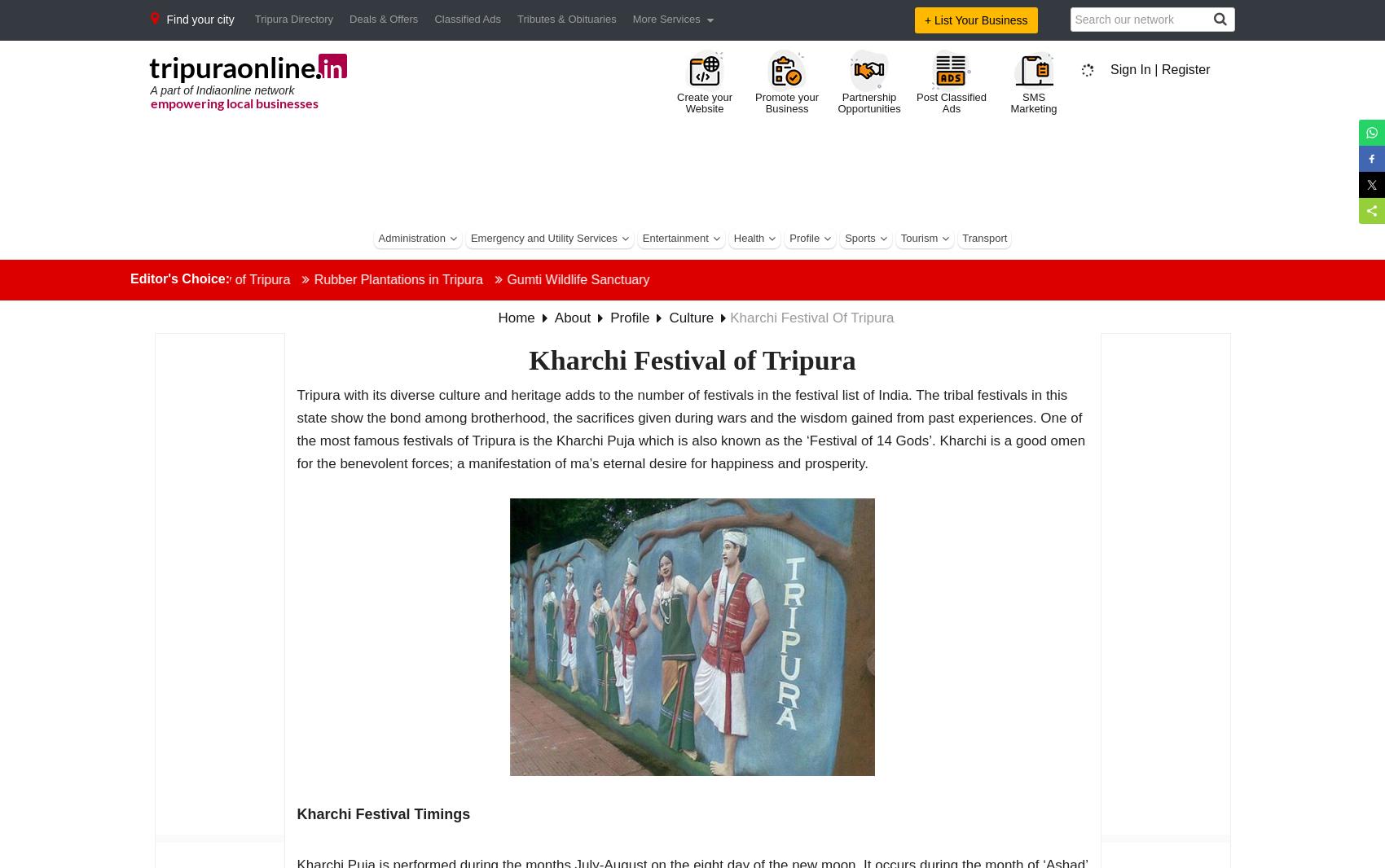  I want to click on 'Kharchi Festival Timings', so click(383, 814).